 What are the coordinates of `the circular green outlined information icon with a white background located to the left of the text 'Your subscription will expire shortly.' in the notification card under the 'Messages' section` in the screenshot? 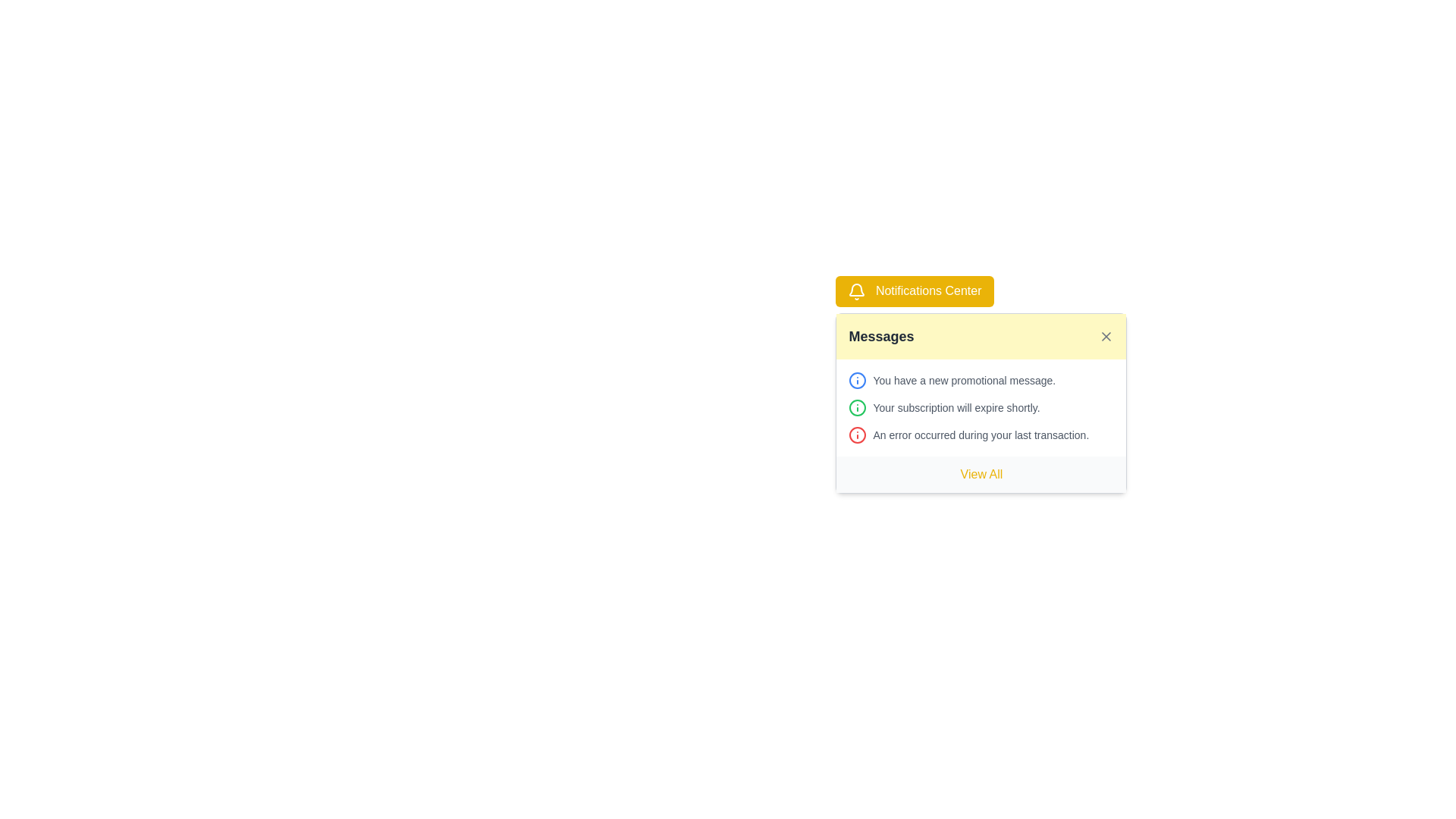 It's located at (858, 406).